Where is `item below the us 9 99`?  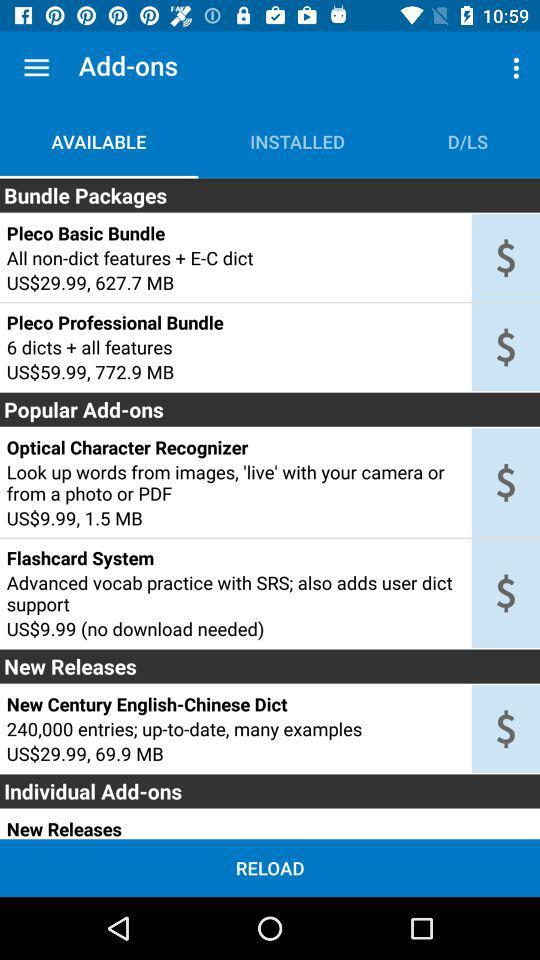
item below the us 9 99 is located at coordinates (234, 558).